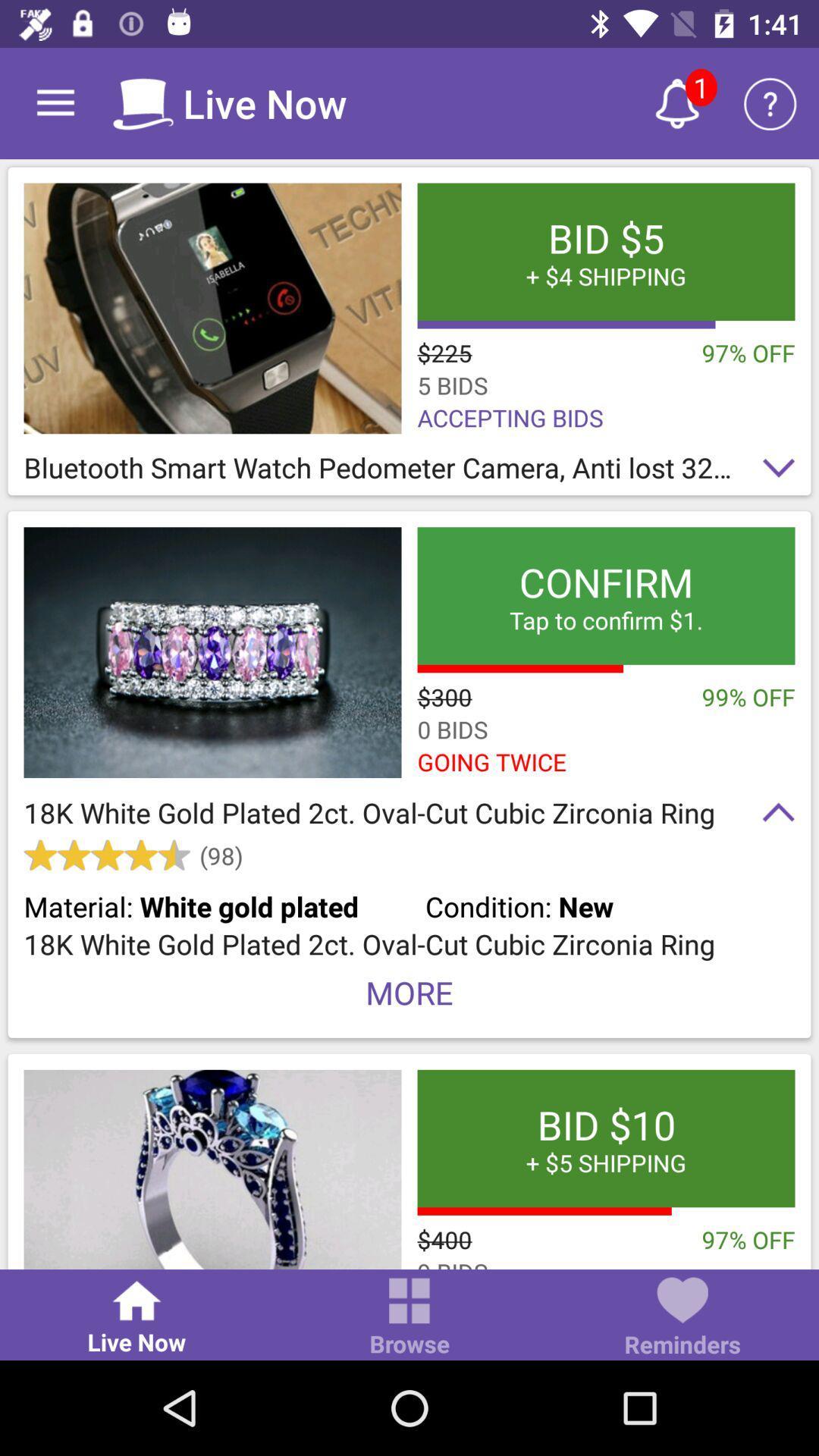 The width and height of the screenshot is (819, 1456). What do you see at coordinates (212, 307) in the screenshot?
I see `offer` at bounding box center [212, 307].